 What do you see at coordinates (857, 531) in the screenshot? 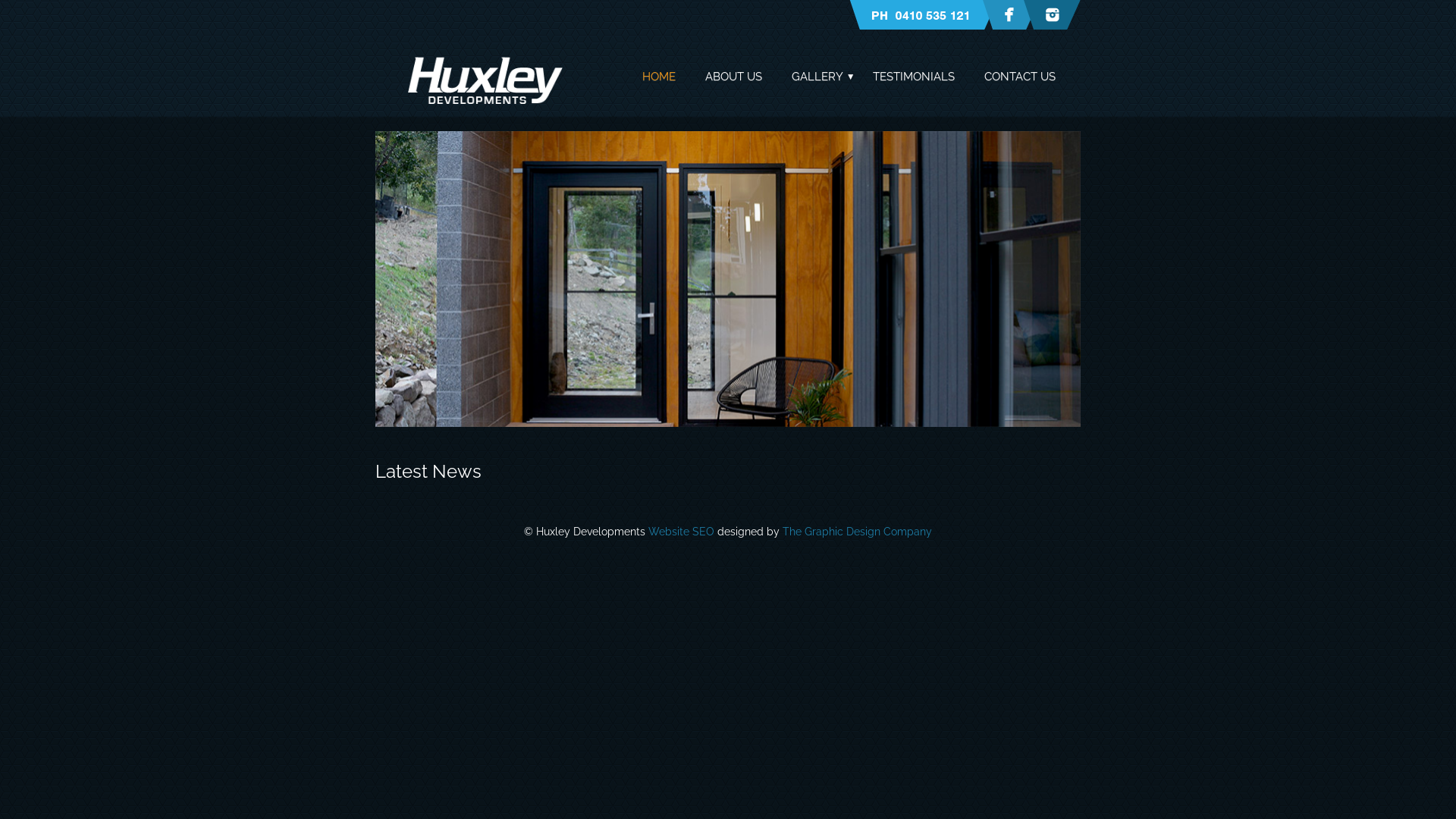
I see `'The Graphic Design Company'` at bounding box center [857, 531].